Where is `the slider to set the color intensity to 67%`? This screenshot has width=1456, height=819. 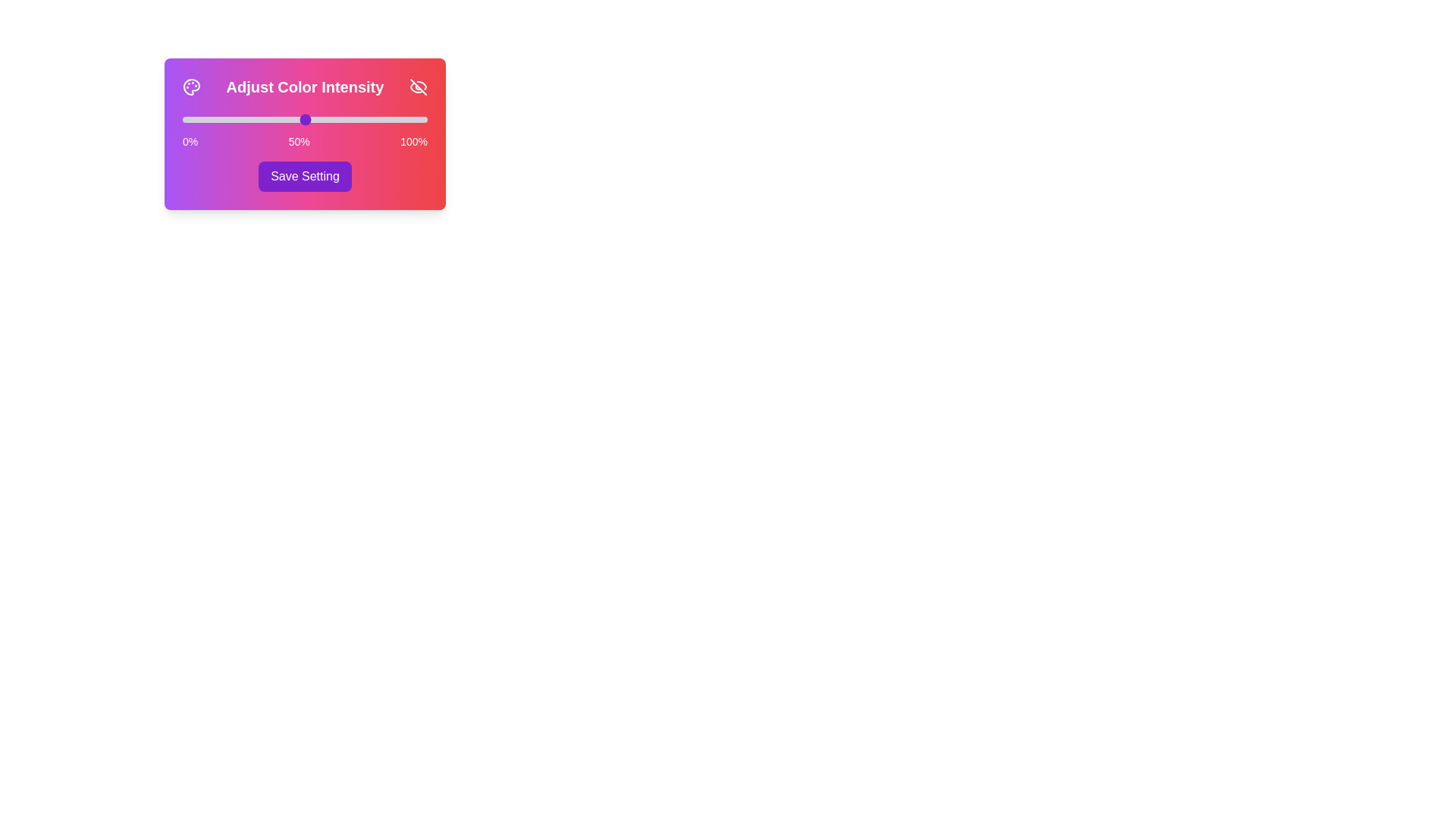 the slider to set the color intensity to 67% is located at coordinates (346, 119).